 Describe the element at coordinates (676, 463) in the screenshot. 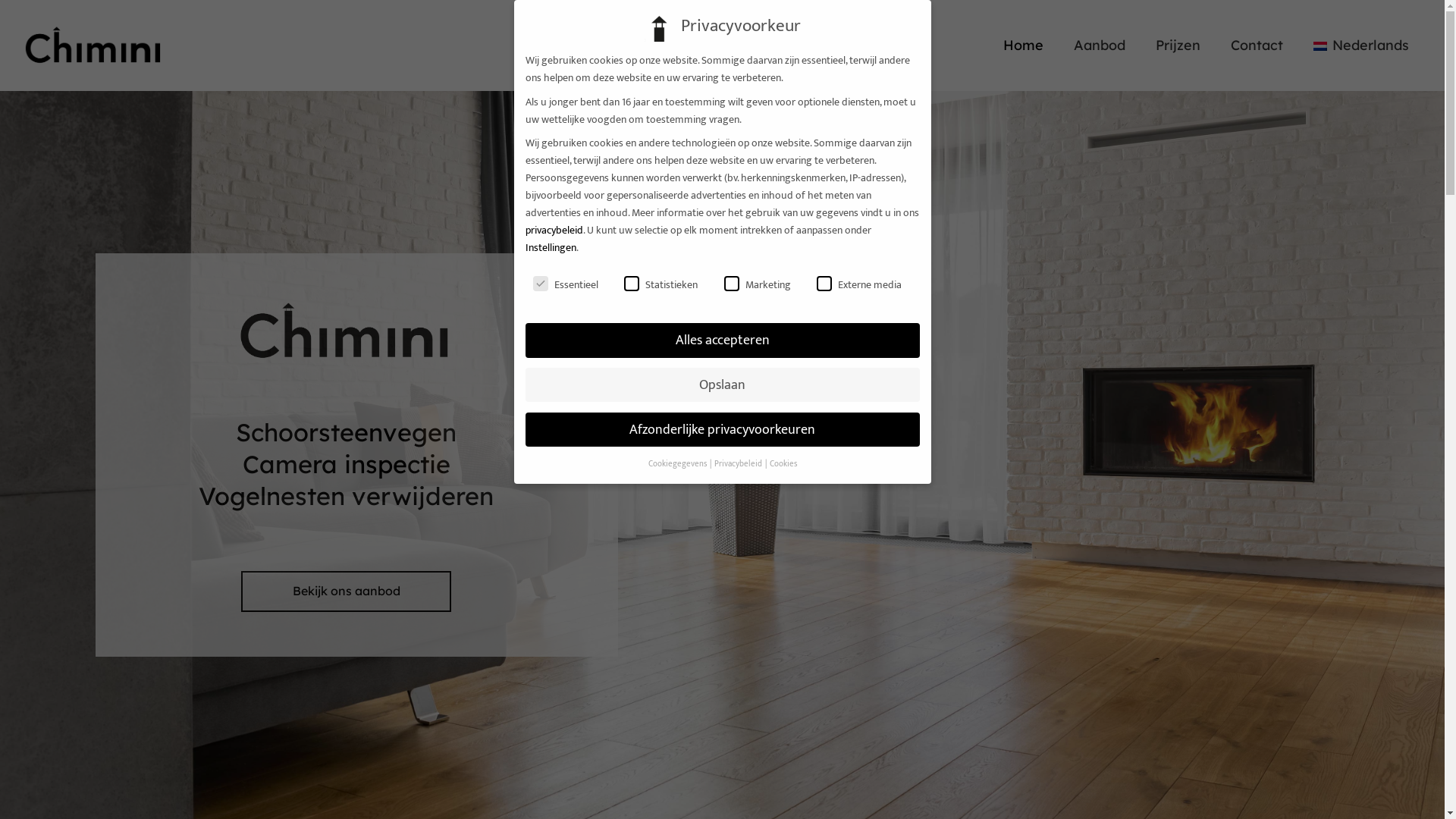

I see `'Cookiegegevens'` at that location.